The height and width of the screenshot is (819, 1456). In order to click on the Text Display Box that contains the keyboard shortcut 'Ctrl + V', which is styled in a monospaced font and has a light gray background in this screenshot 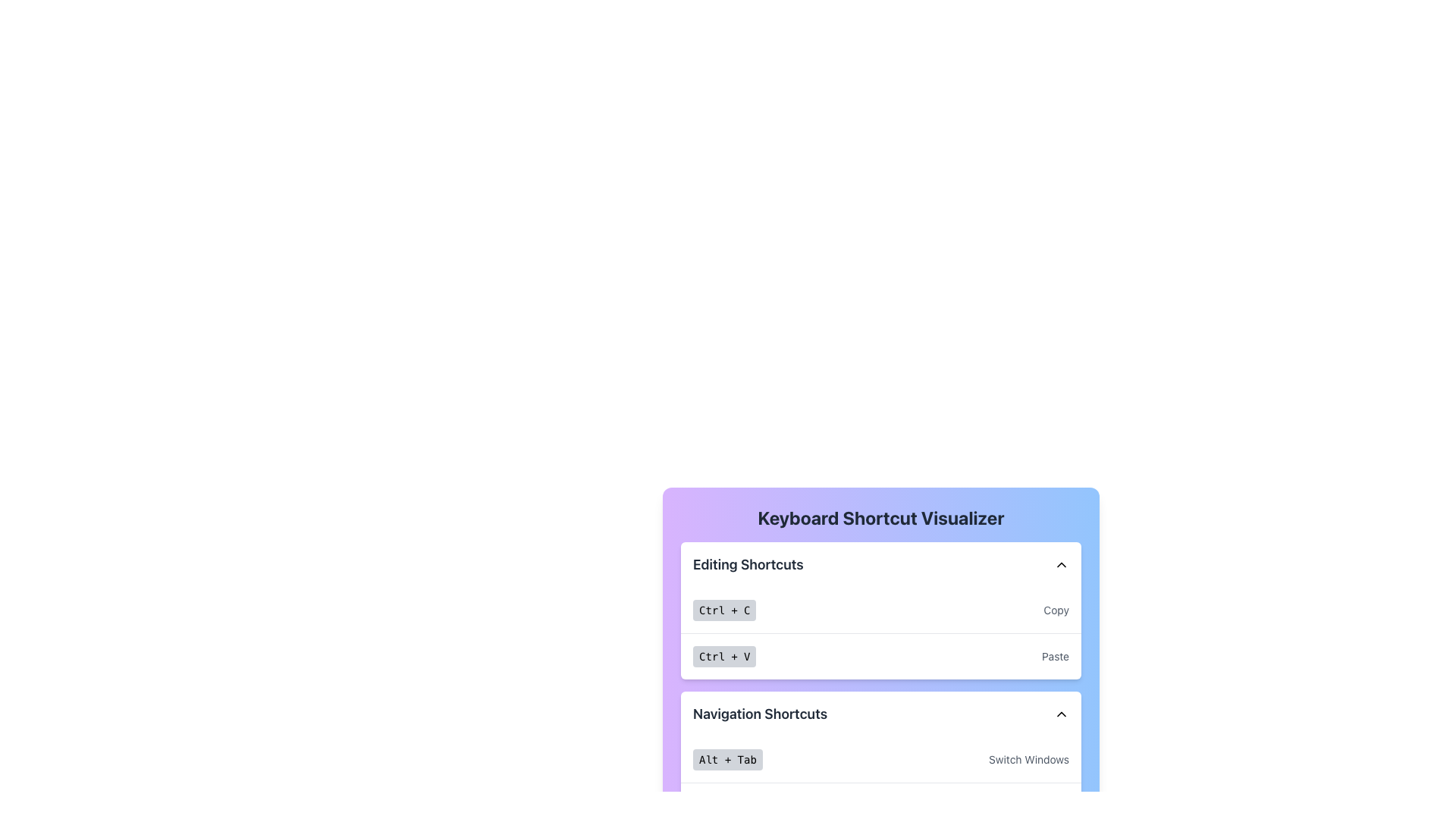, I will do `click(723, 656)`.